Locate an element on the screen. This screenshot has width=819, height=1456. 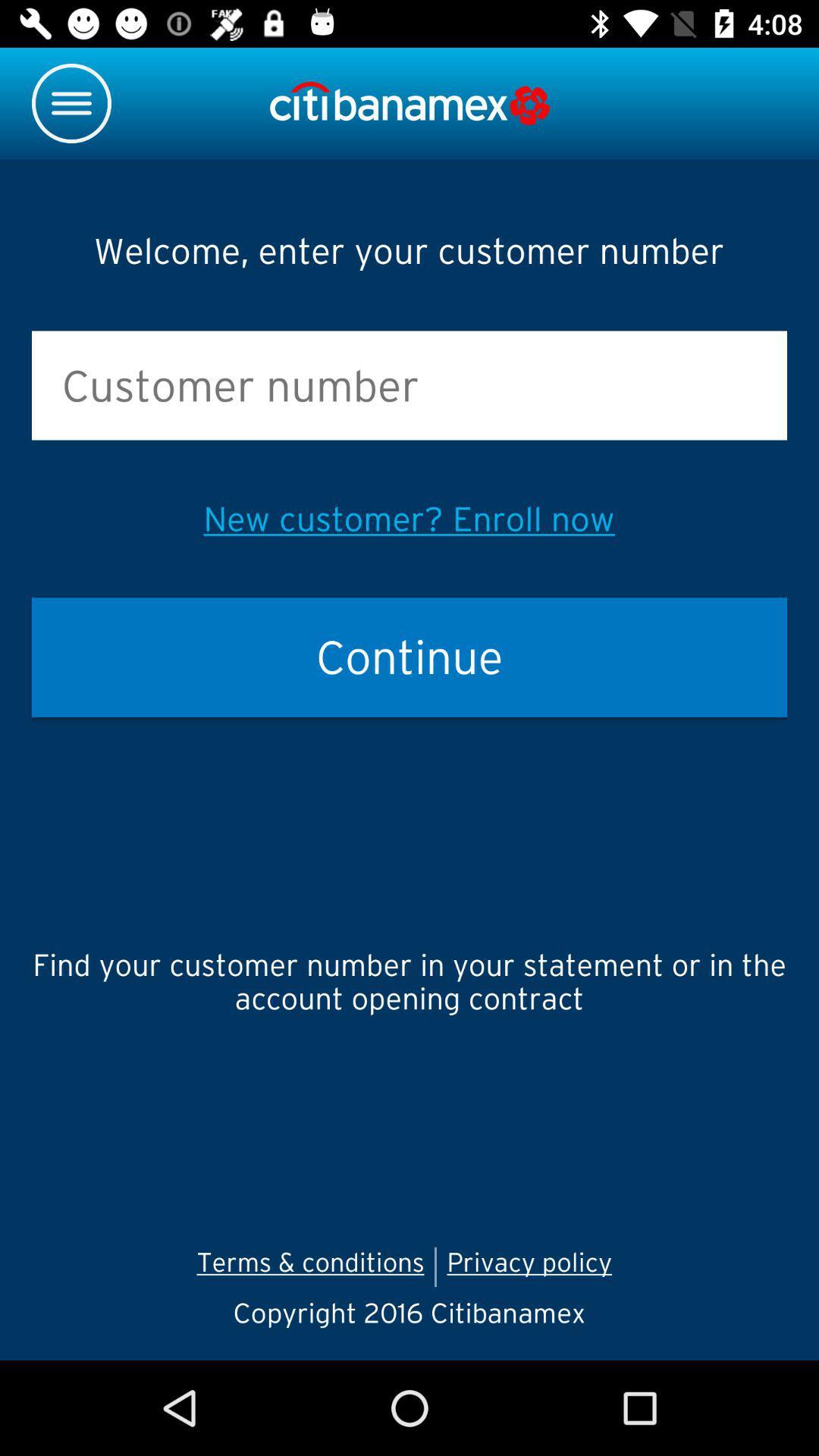
the icon above the continue item is located at coordinates (408, 519).